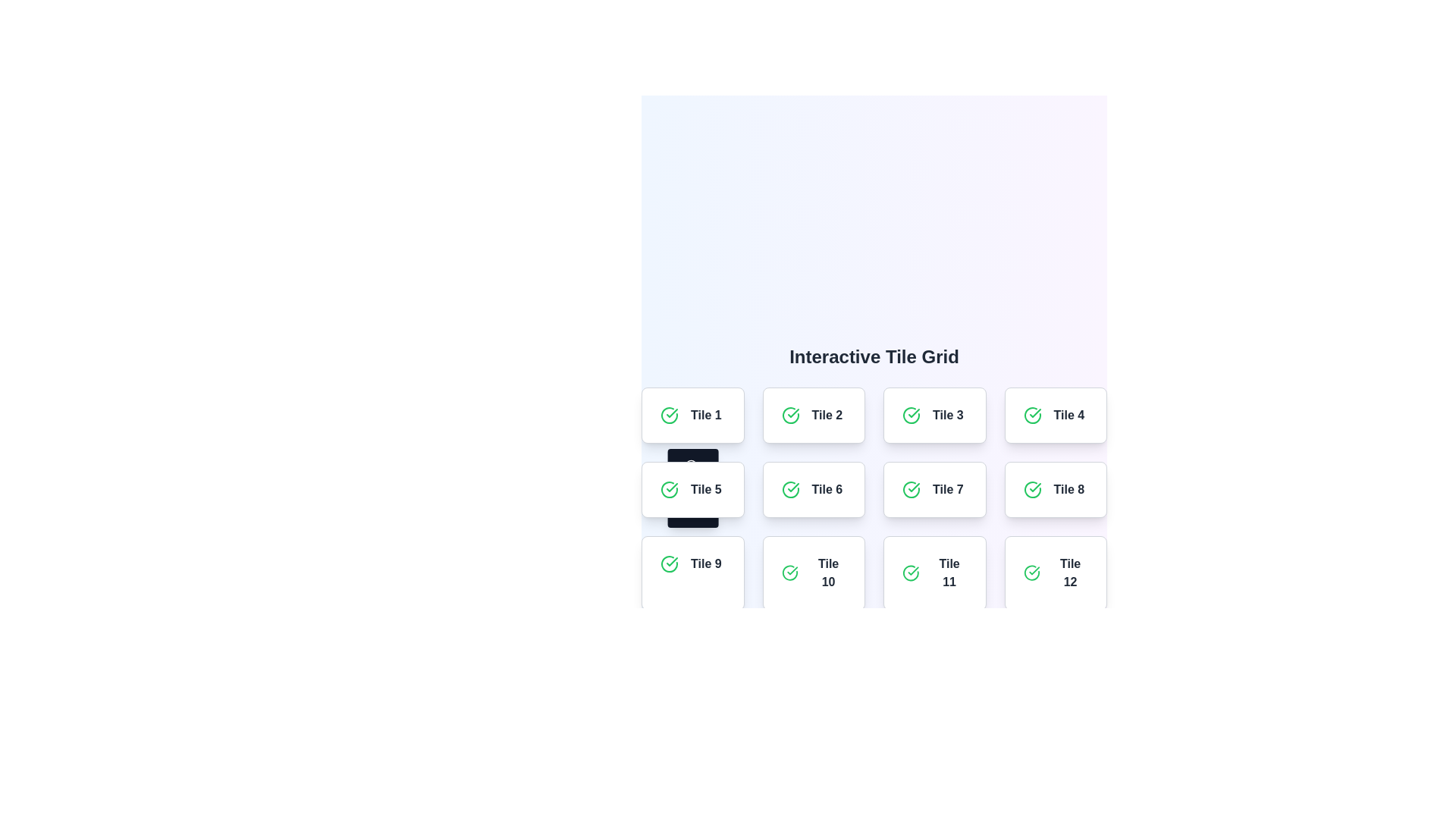 This screenshot has height=819, width=1456. What do you see at coordinates (692, 573) in the screenshot?
I see `the element labeled 'Tile 9' which is the first tile in the third row of the grid layout for interaction` at bounding box center [692, 573].